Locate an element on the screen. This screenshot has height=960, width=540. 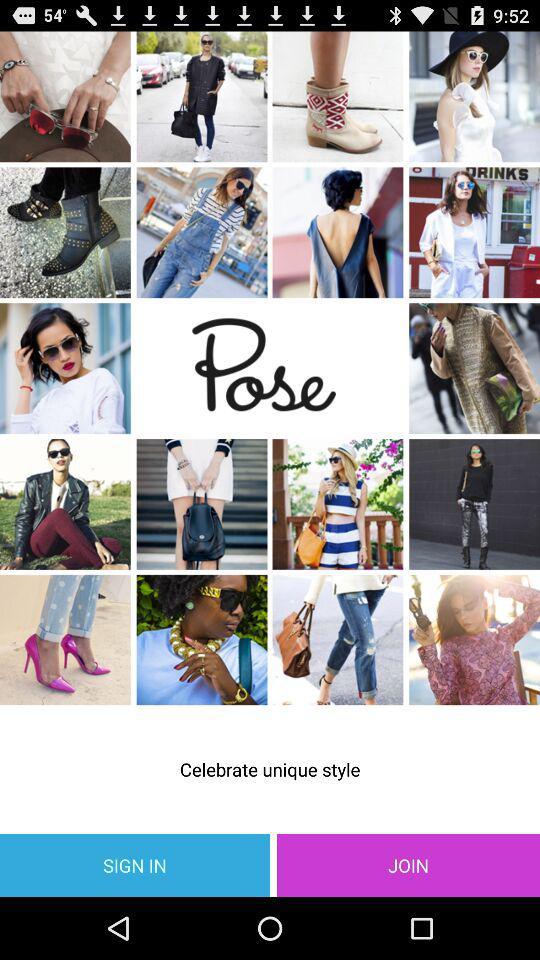
app below celebrate unique style icon is located at coordinates (135, 864).